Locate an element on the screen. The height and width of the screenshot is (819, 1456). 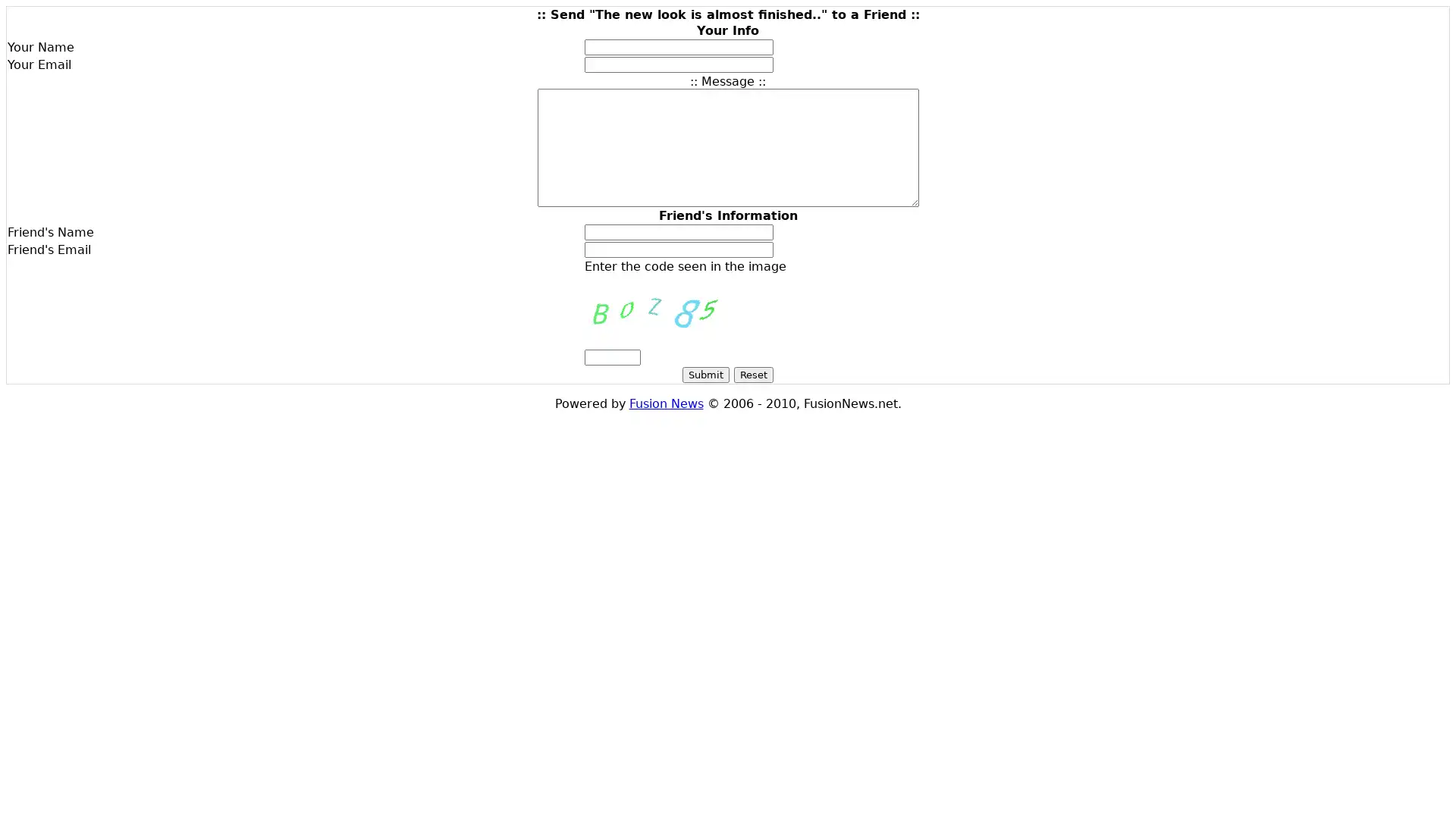
Reset is located at coordinates (753, 375).